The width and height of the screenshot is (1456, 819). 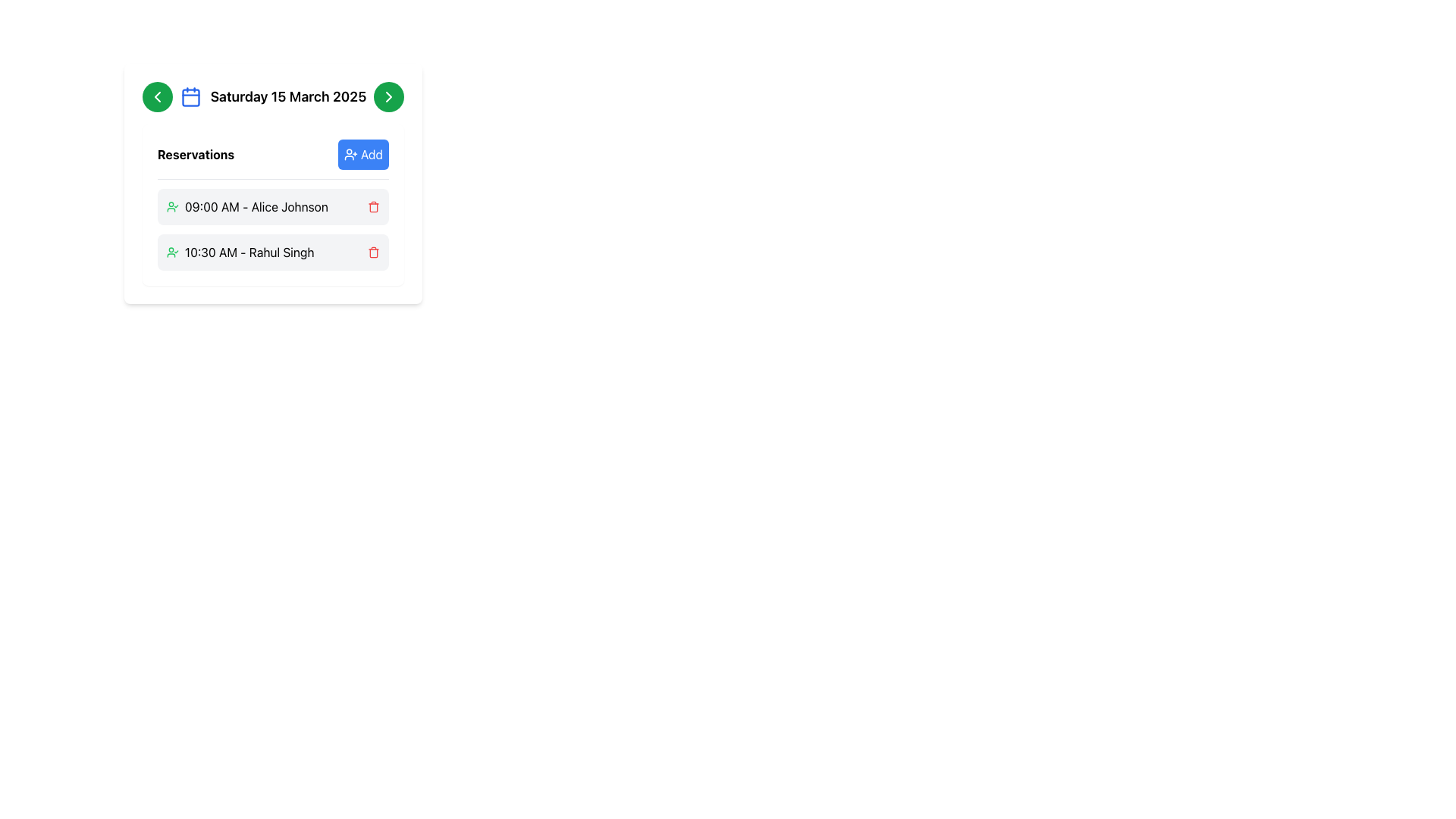 What do you see at coordinates (157, 96) in the screenshot?
I see `the left arrow icon within the green circular button located in the upper-left corner of the header to possibly reveal additional information or a tooltip` at bounding box center [157, 96].